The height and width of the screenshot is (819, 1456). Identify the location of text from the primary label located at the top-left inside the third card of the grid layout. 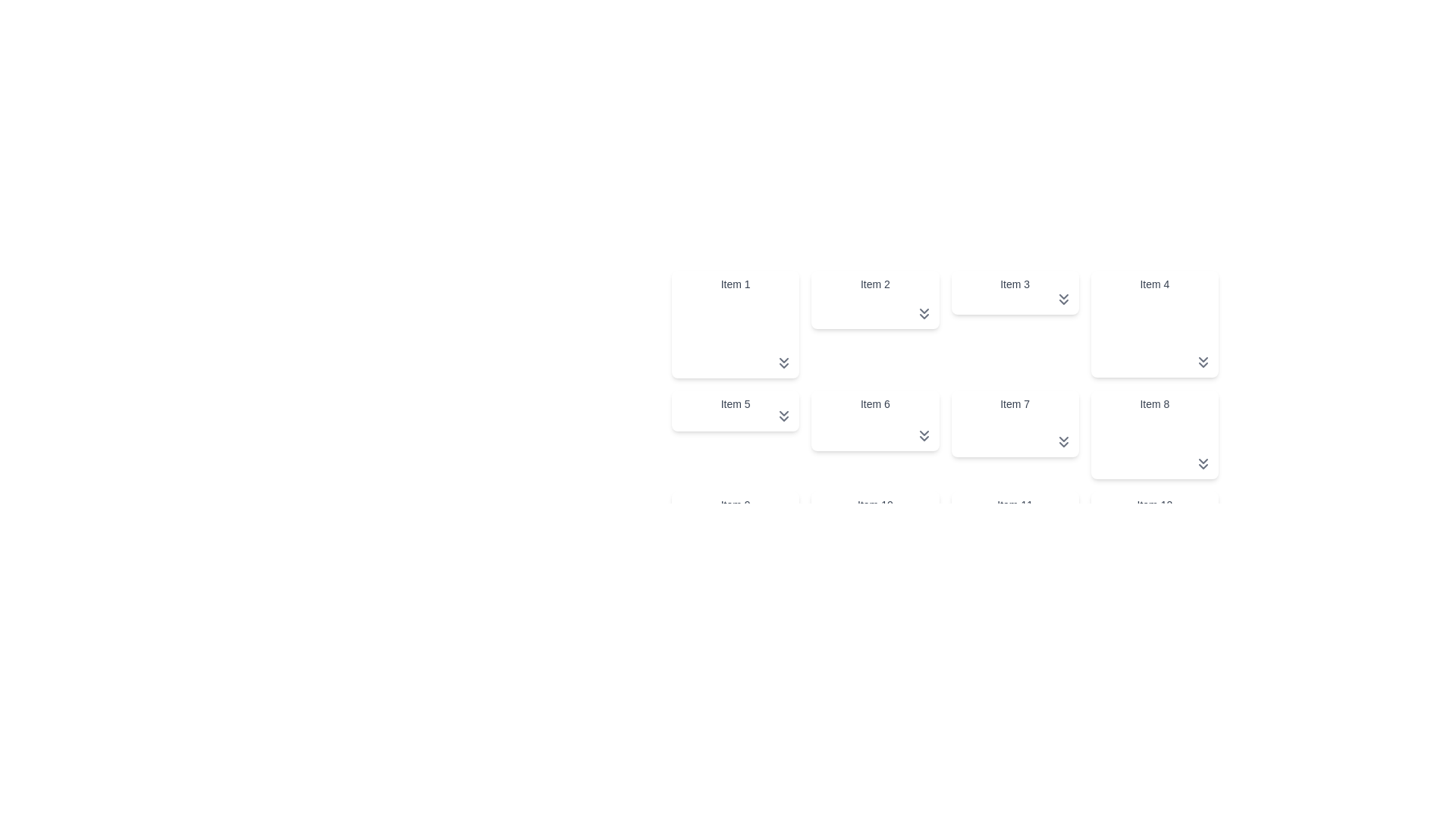
(1015, 284).